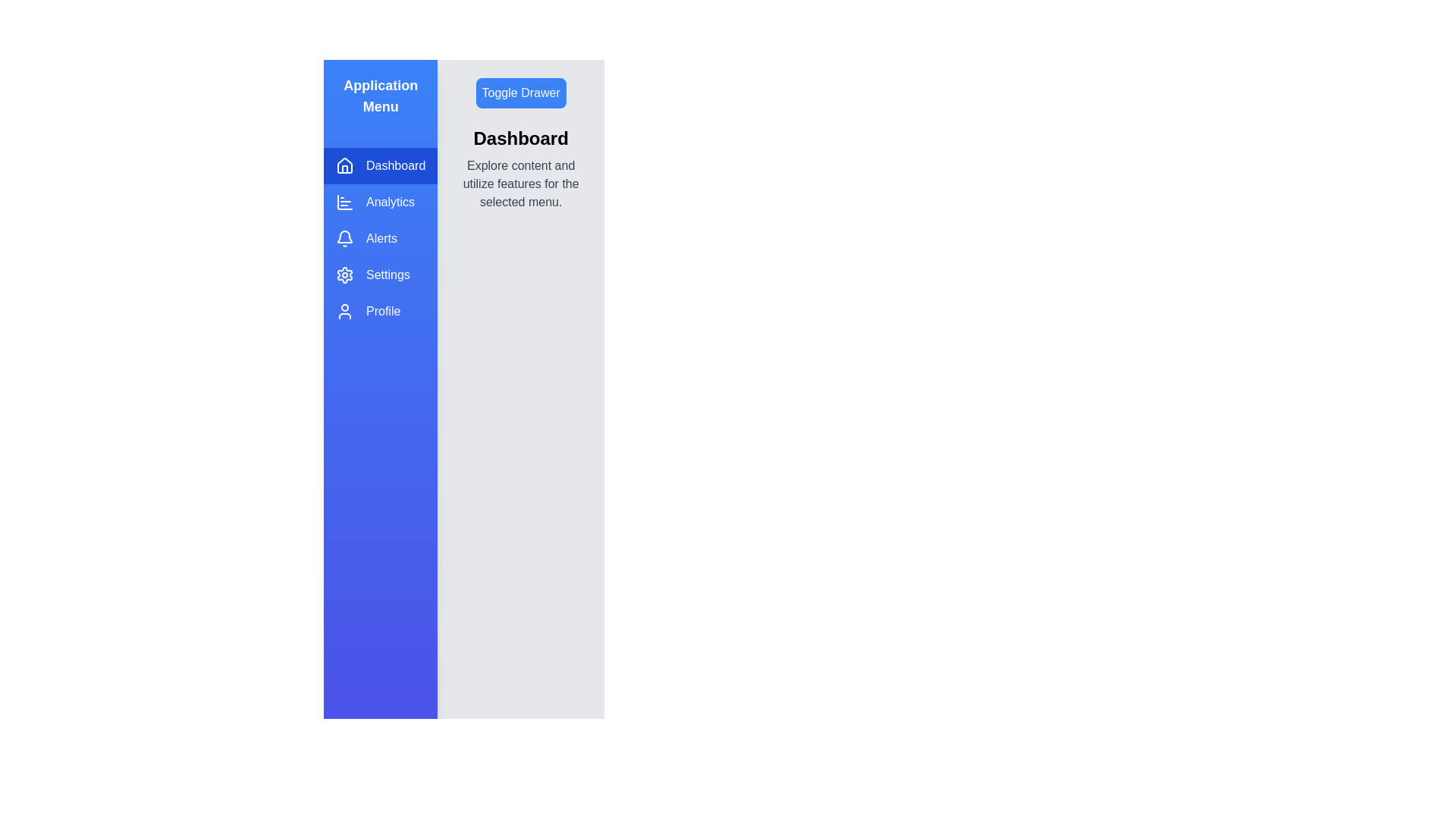  I want to click on the menu item Profile to observe its hover effect, so click(381, 311).